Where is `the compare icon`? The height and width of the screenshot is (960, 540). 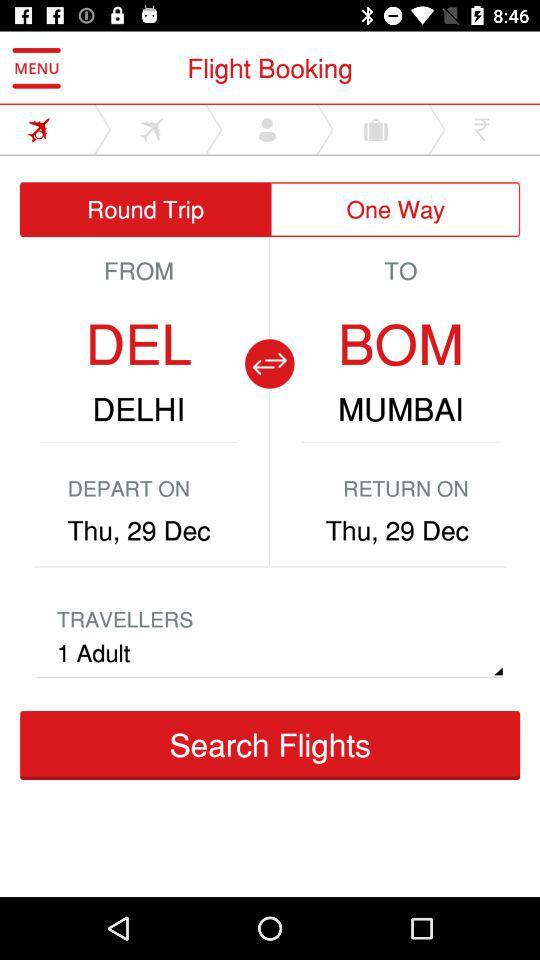
the compare icon is located at coordinates (269, 362).